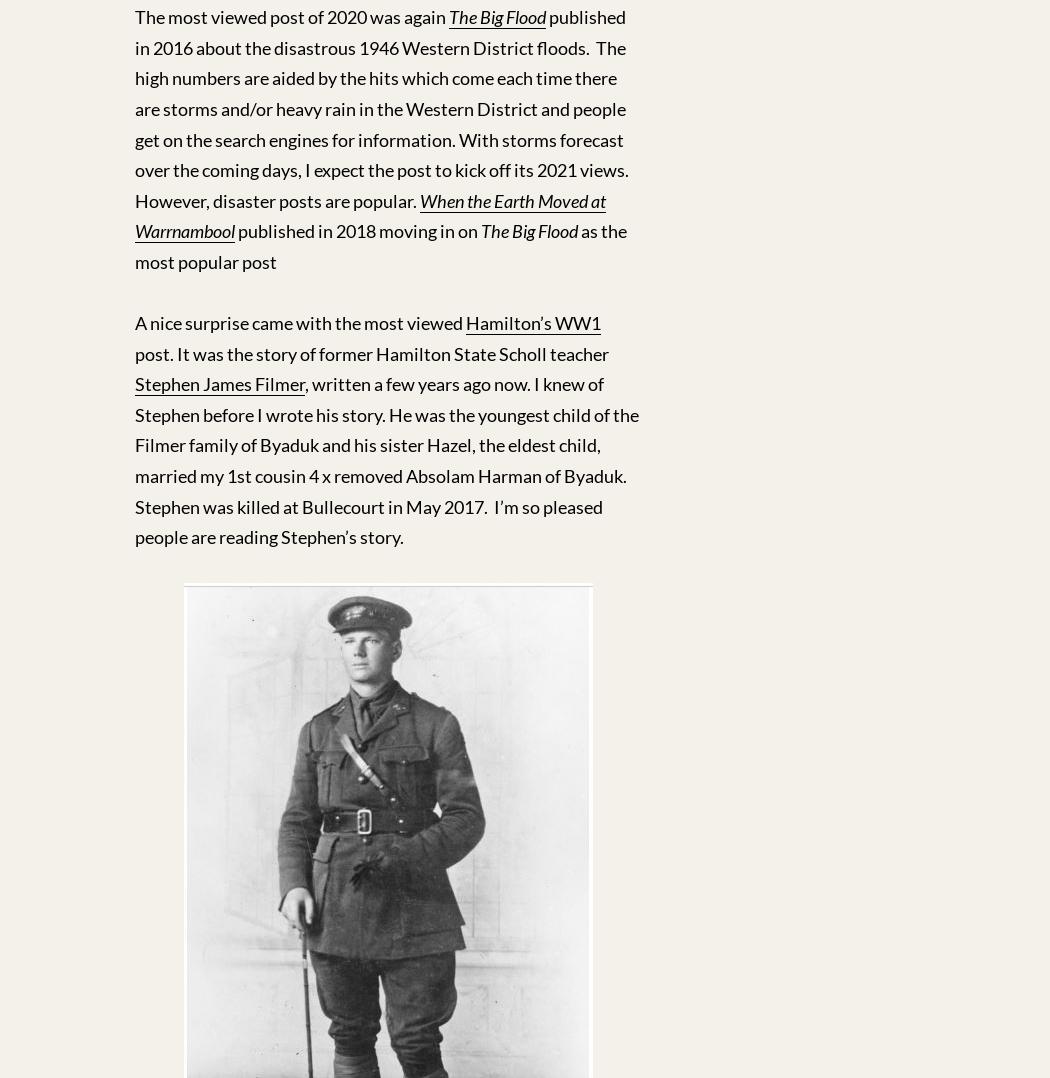 The height and width of the screenshot is (1078, 1050). I want to click on 'A nice surprise came with the most viewed', so click(300, 321).